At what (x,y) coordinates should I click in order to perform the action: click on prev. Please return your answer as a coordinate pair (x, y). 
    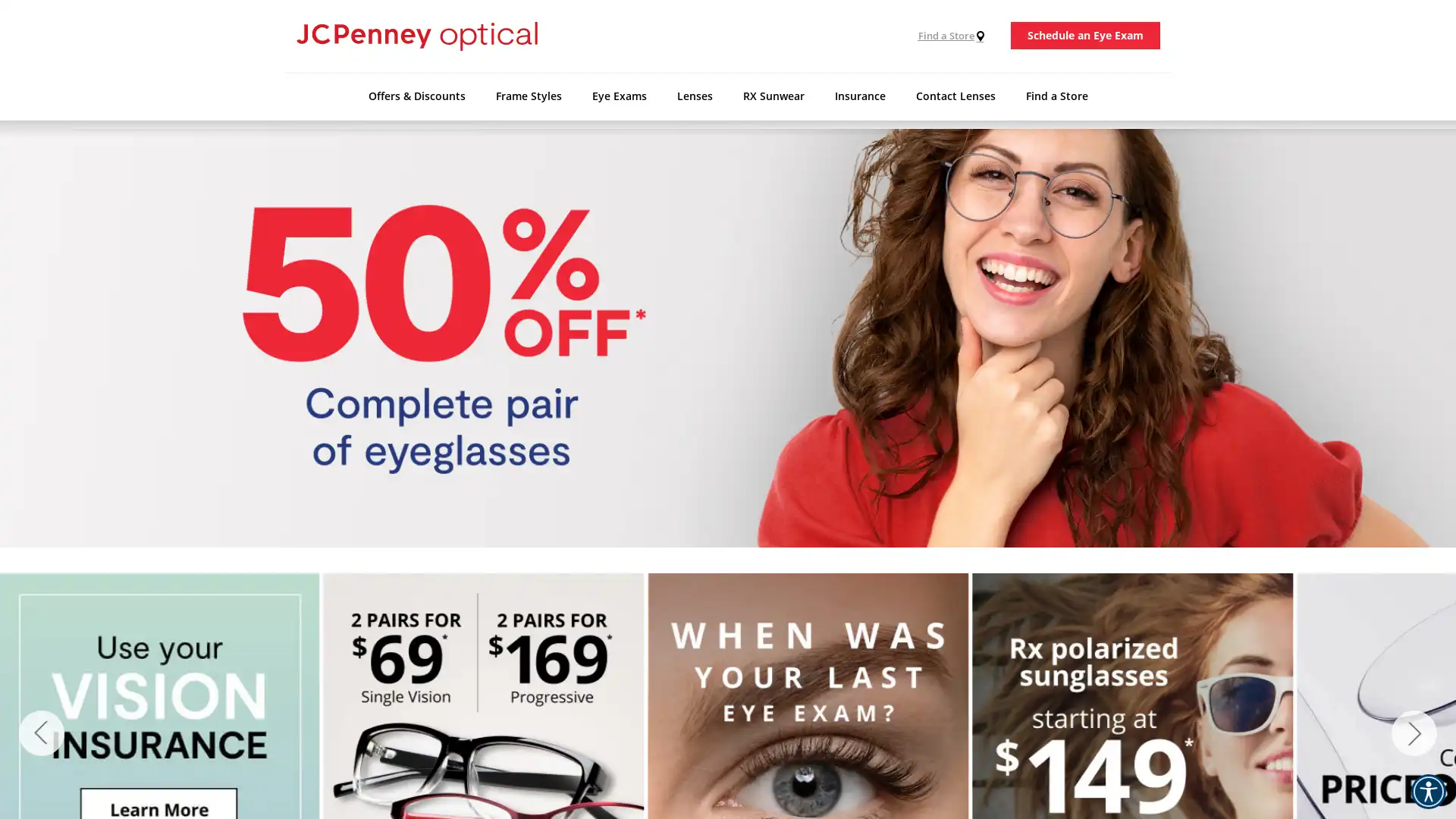
    Looking at the image, I should click on (41, 733).